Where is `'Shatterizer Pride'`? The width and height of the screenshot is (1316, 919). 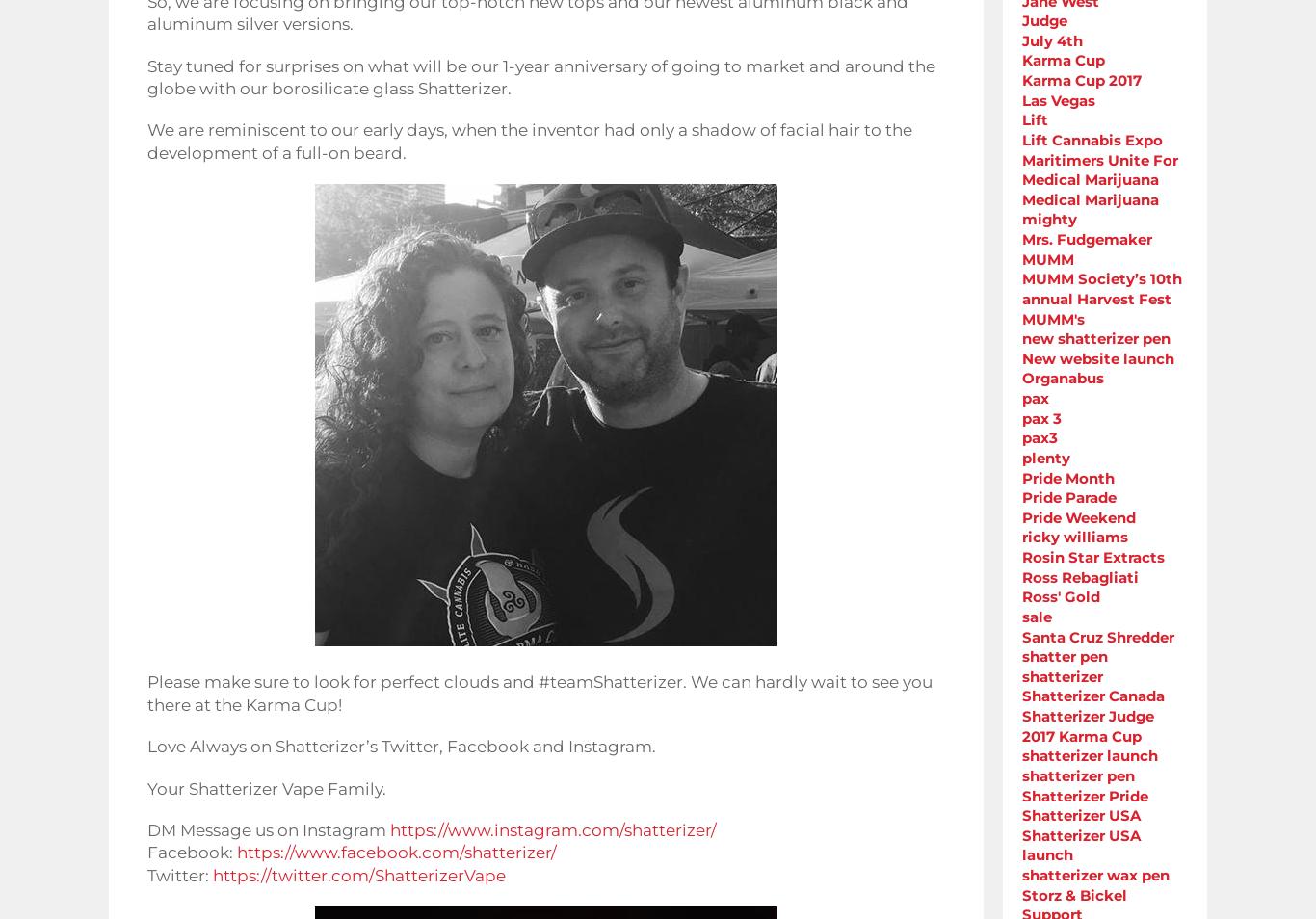
'Shatterizer Pride' is located at coordinates (1084, 795).